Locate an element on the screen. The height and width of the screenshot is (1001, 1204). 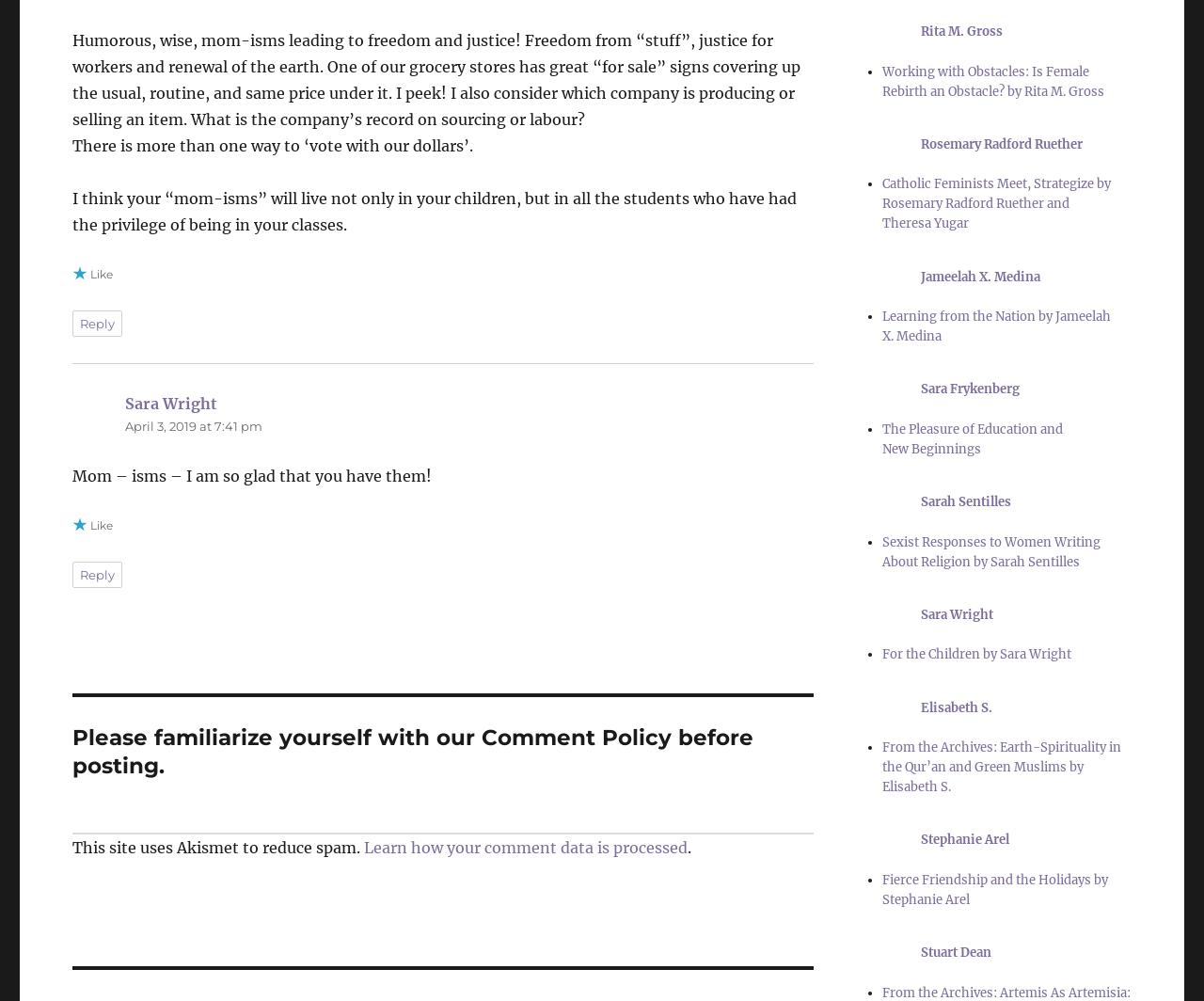
'Learn how your comment data is processed' is located at coordinates (525, 847).